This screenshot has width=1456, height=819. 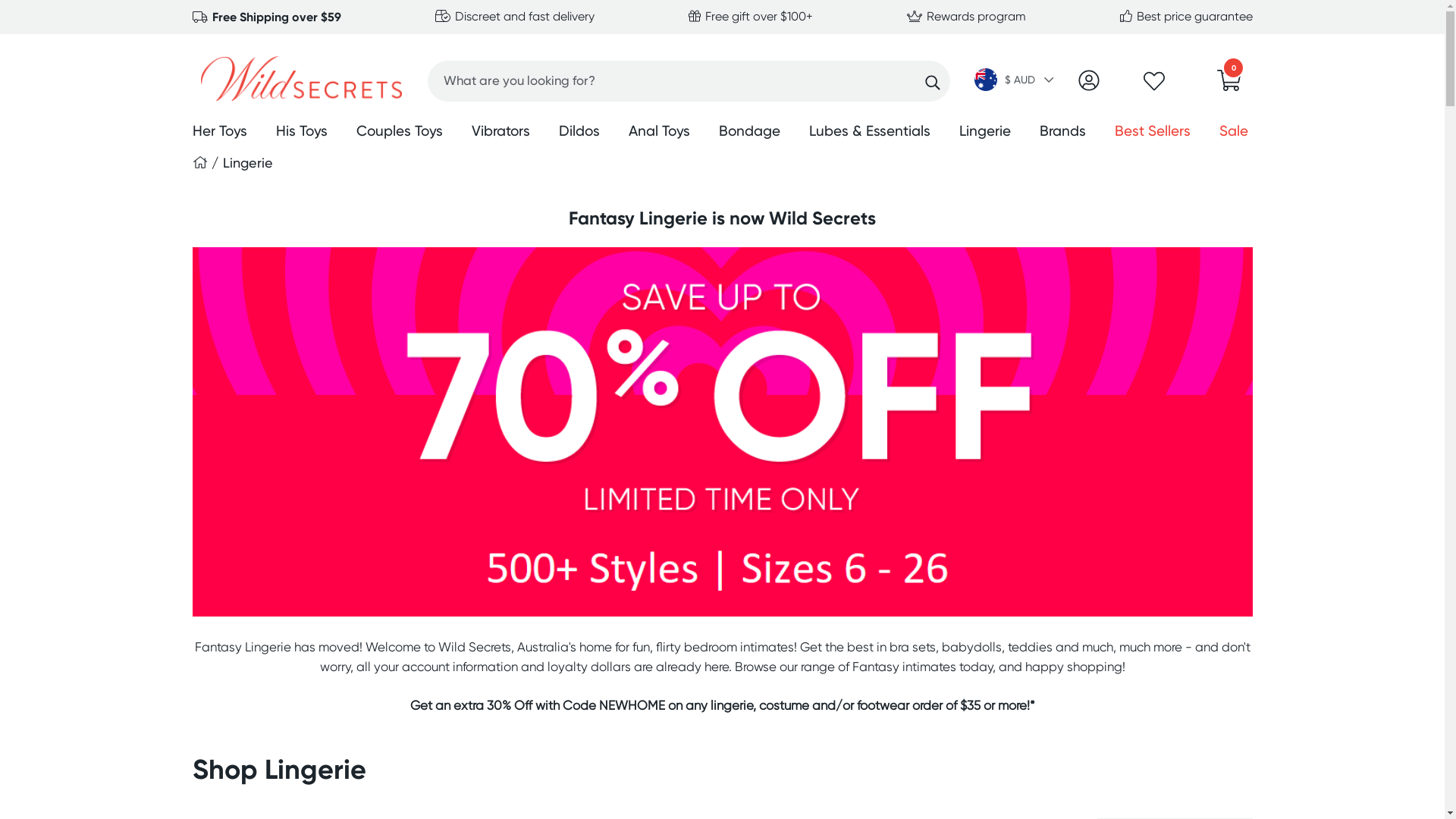 What do you see at coordinates (514, 16) in the screenshot?
I see `'Discreet and fast delivery'` at bounding box center [514, 16].